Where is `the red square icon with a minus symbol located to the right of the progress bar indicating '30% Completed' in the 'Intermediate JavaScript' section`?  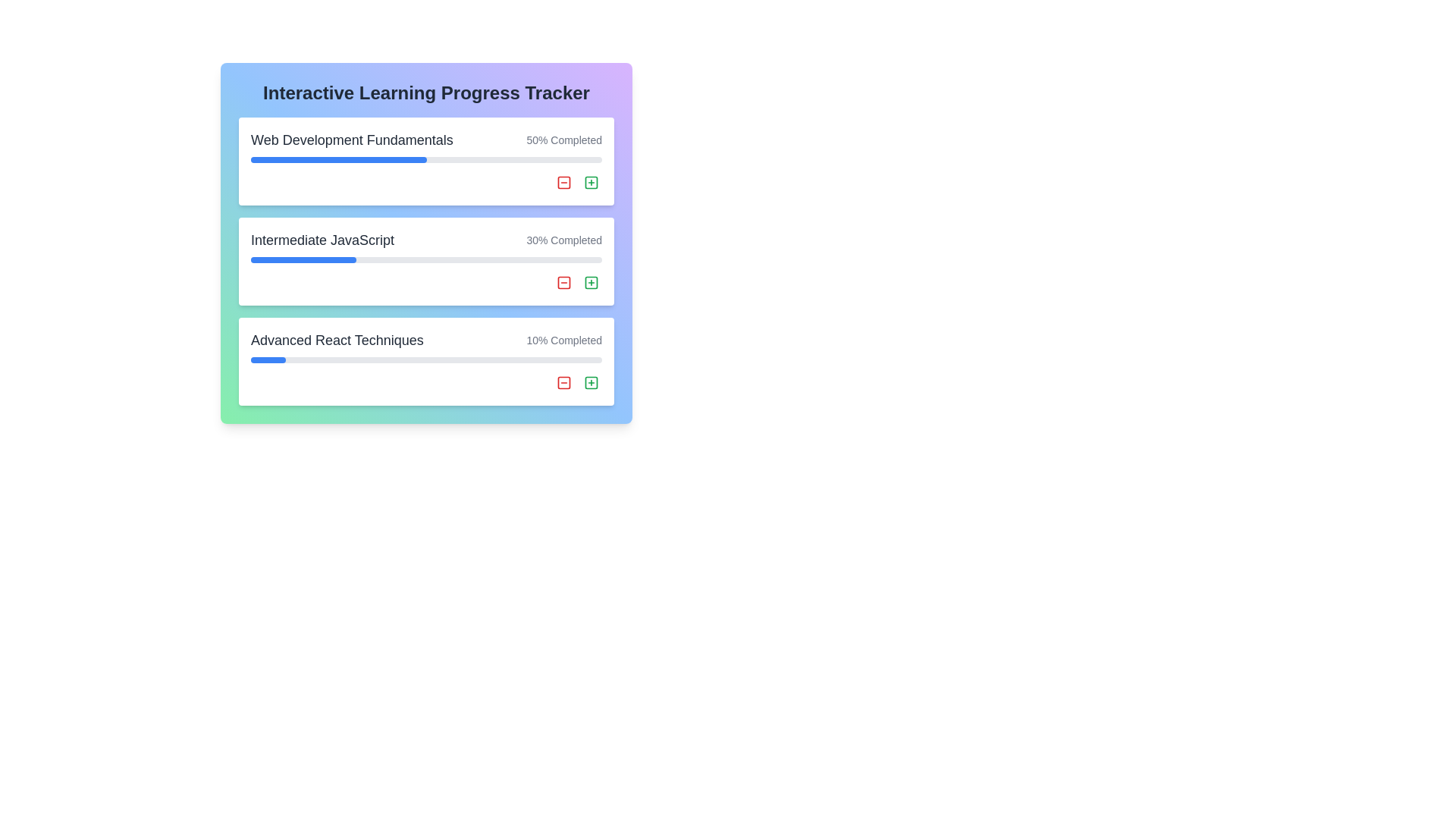 the red square icon with a minus symbol located to the right of the progress bar indicating '30% Completed' in the 'Intermediate JavaScript' section is located at coordinates (563, 283).